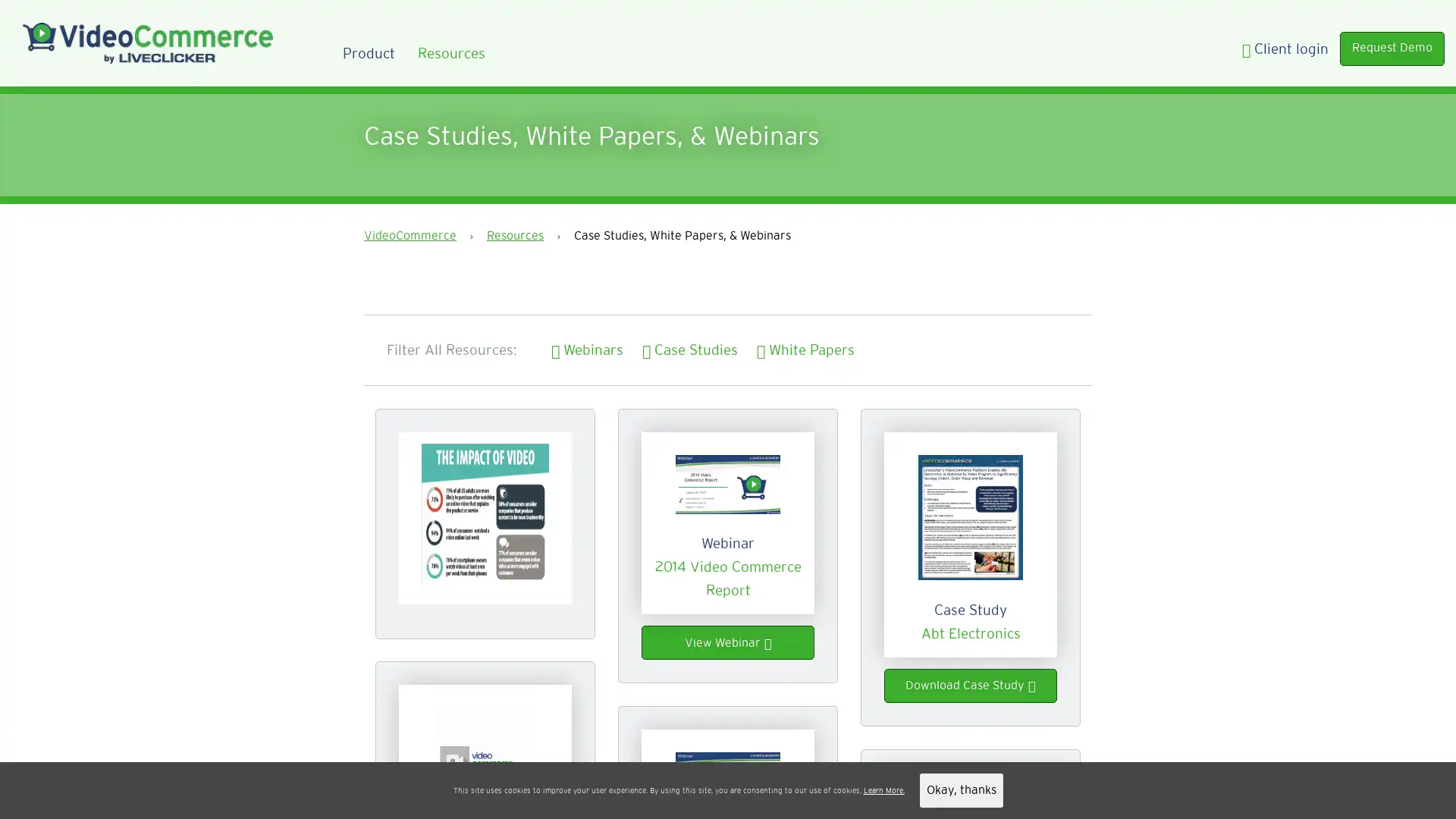  I want to click on Our clients Liveclicker, so click(767, 789).